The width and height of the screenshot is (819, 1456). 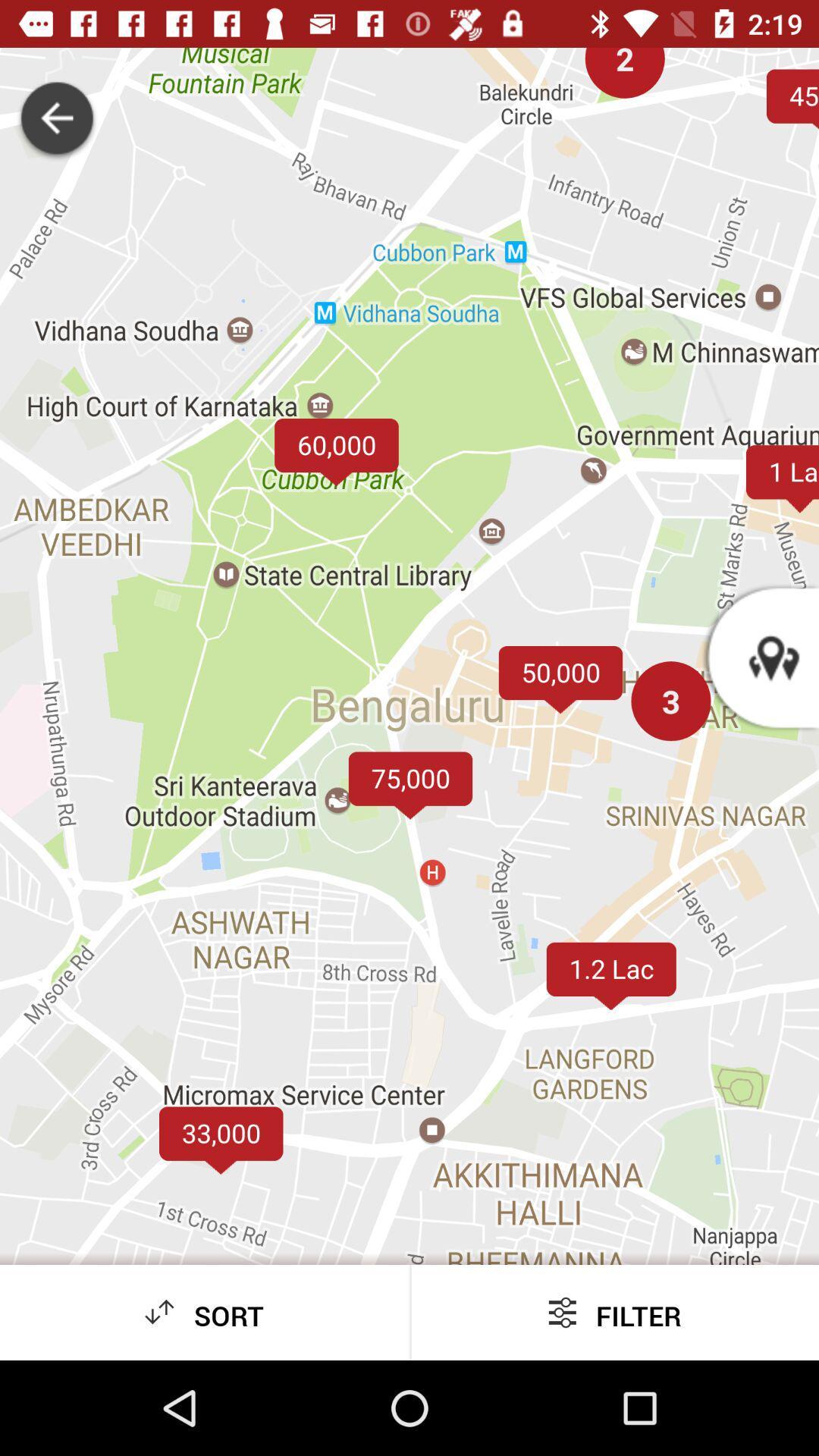 What do you see at coordinates (56, 120) in the screenshot?
I see `the arrow_backward icon` at bounding box center [56, 120].